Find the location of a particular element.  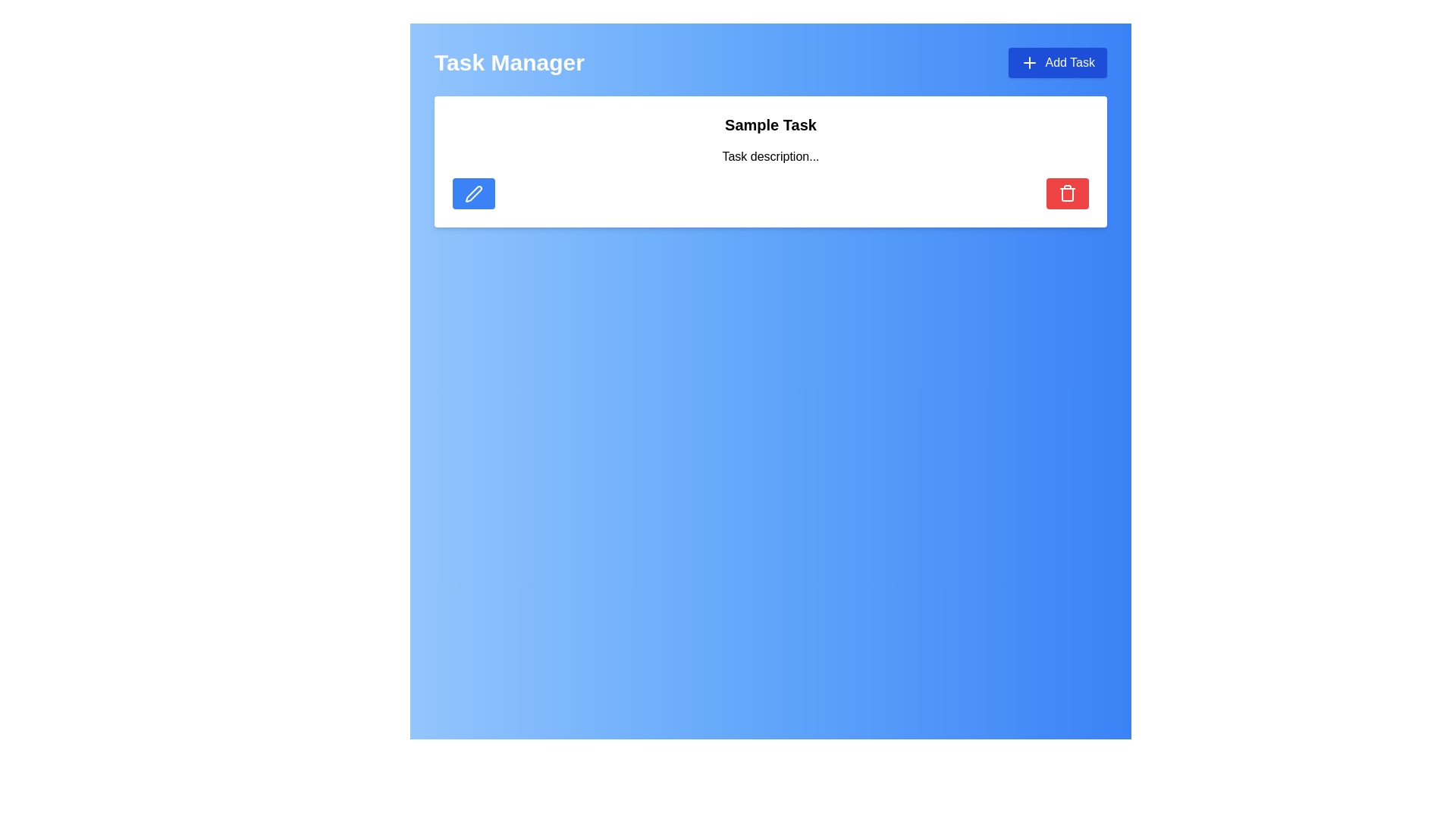

the edit icon located inside the button on the left side of the task panel, next to the 'Sample Task' title is located at coordinates (472, 192).